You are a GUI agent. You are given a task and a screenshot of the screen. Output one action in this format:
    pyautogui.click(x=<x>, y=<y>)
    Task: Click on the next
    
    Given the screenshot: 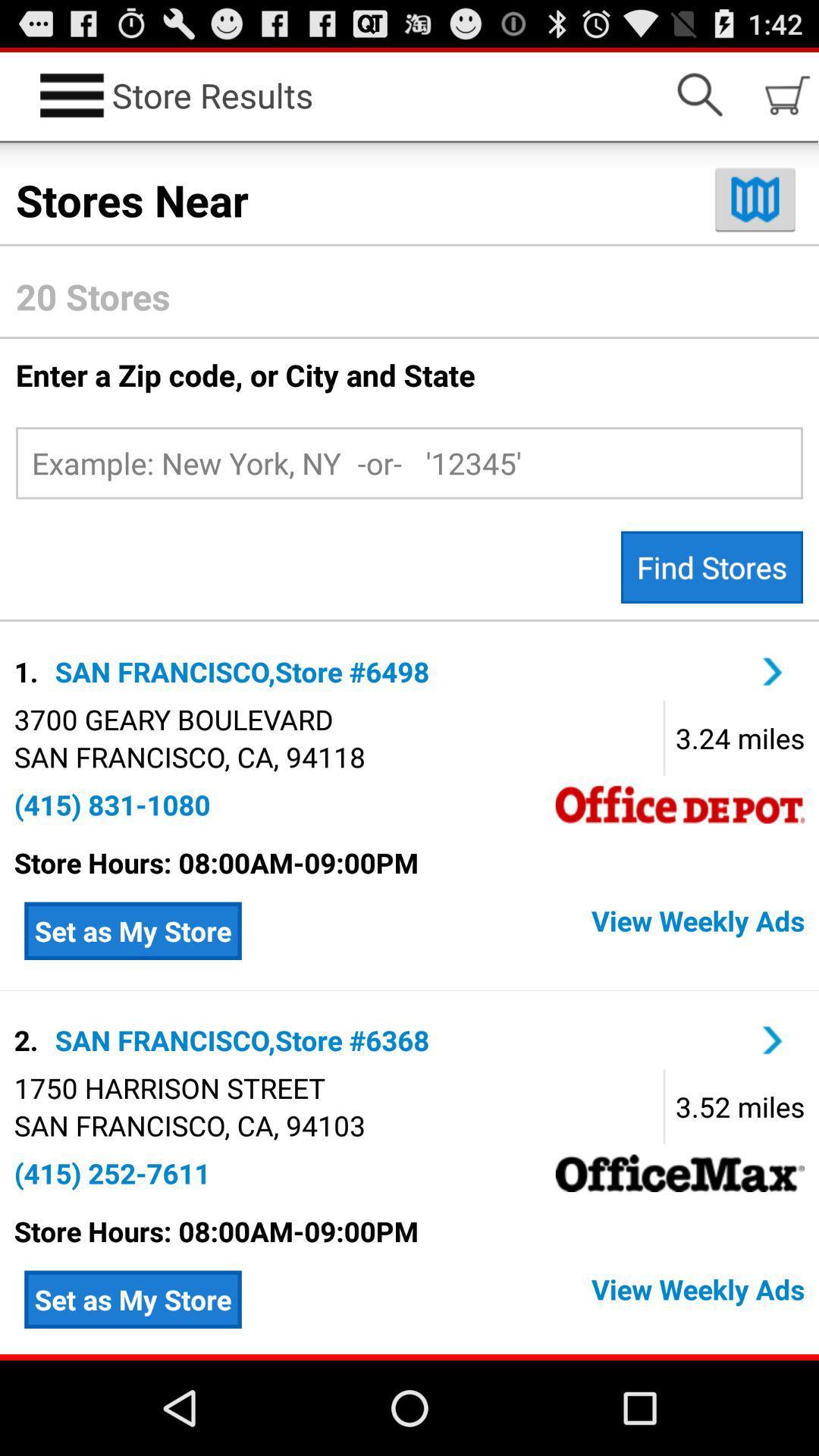 What is the action you would take?
    pyautogui.click(x=773, y=1039)
    